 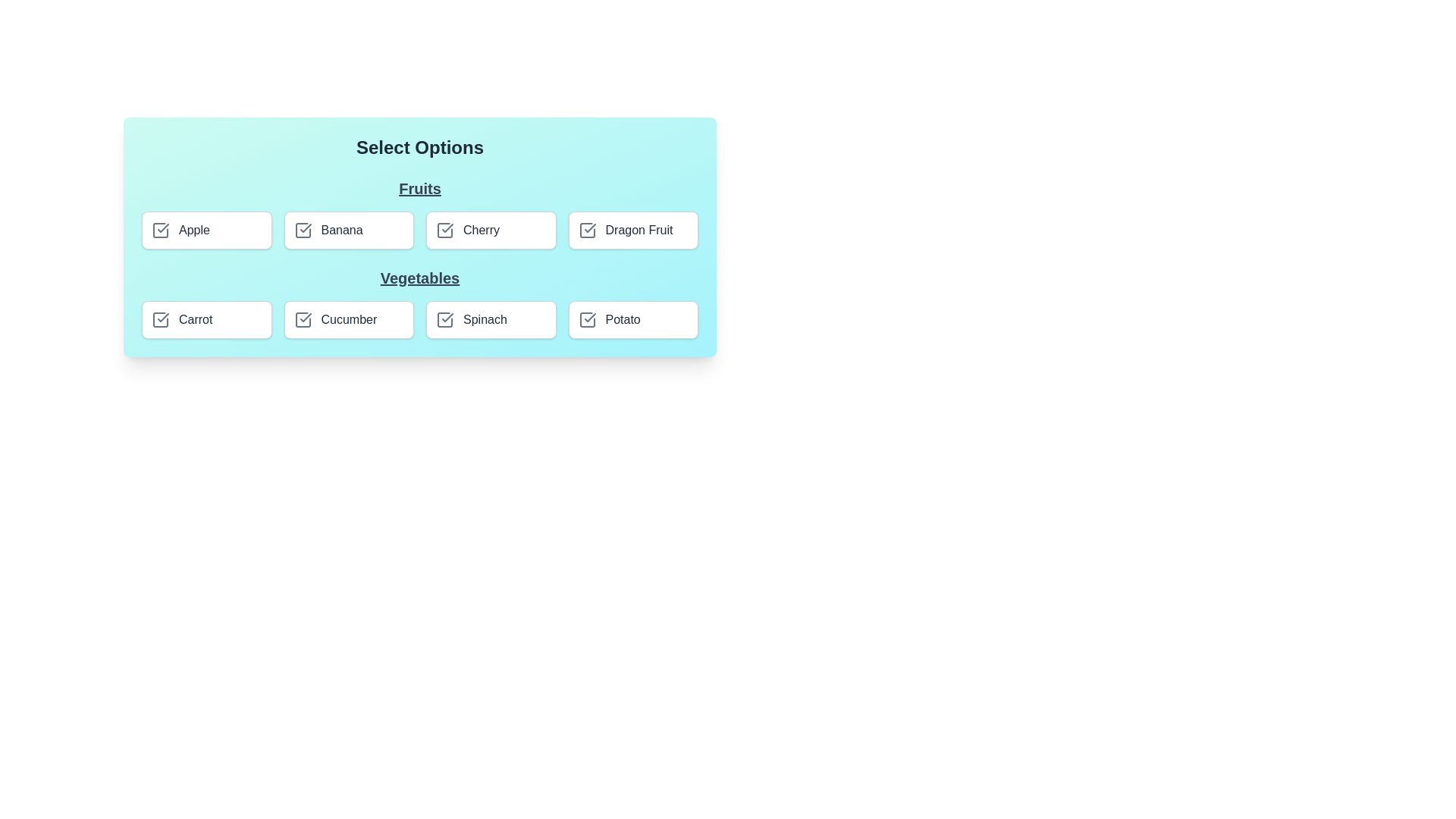 What do you see at coordinates (206, 318) in the screenshot?
I see `the selectable list item labeled 'Carrot'` at bounding box center [206, 318].